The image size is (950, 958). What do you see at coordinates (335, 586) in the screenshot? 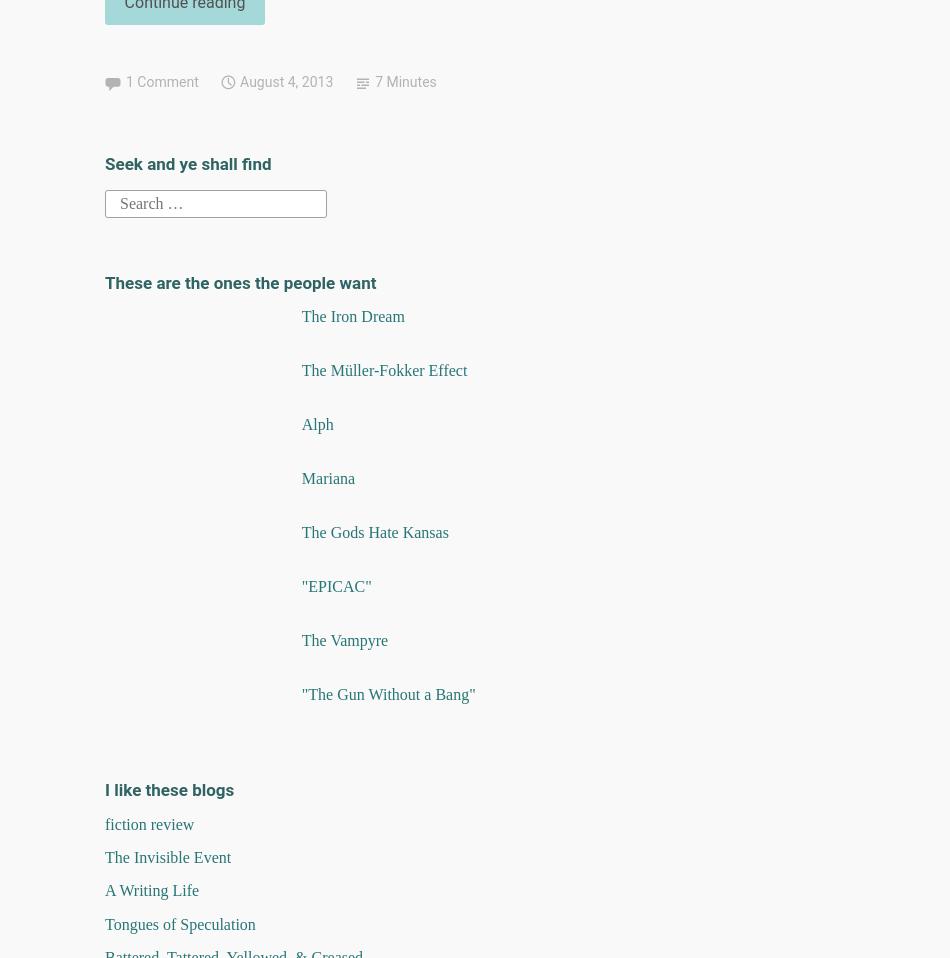
I see `'"EPICAC"'` at bounding box center [335, 586].